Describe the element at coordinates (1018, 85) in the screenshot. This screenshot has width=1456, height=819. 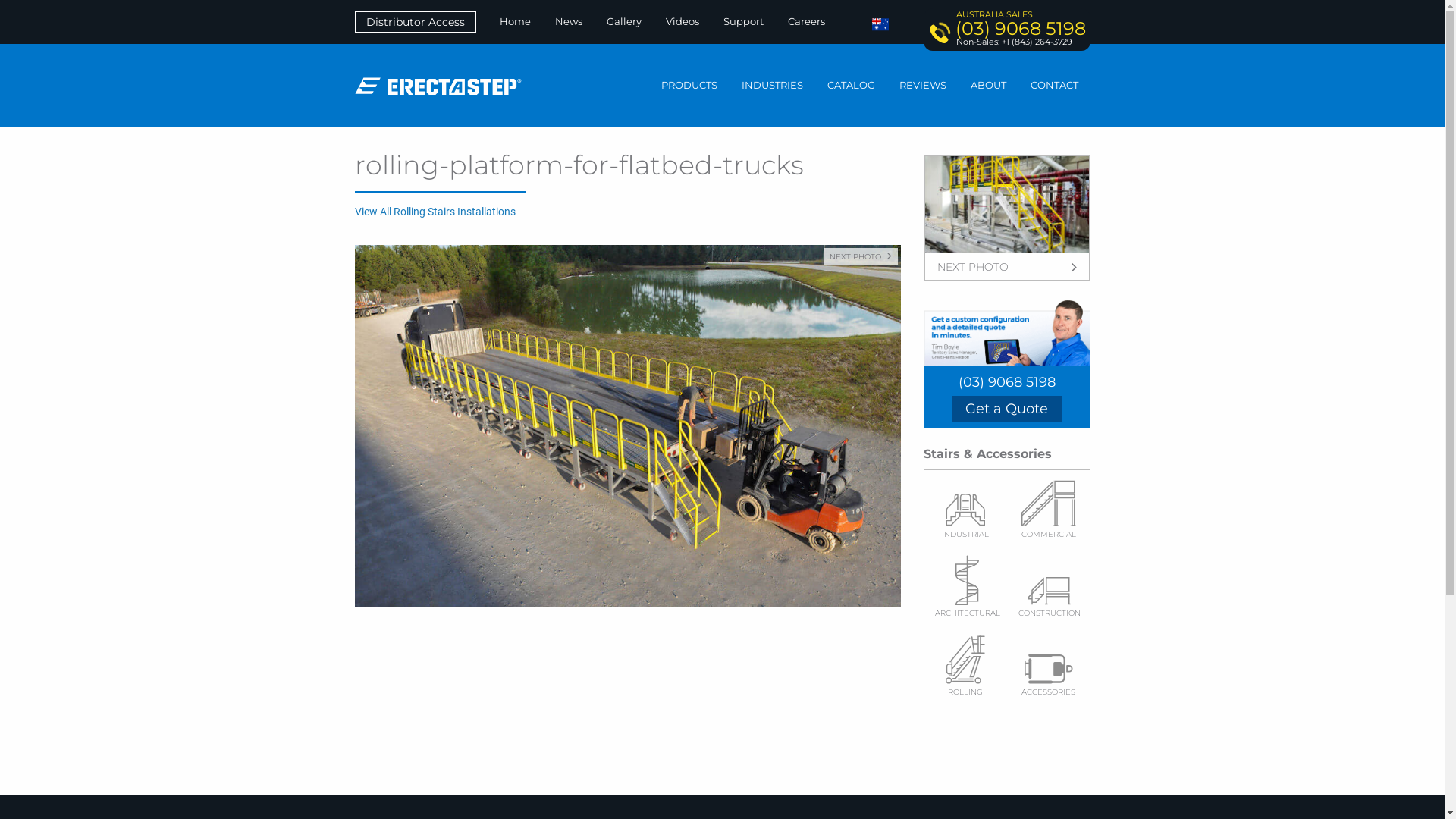
I see `'CONTACT'` at that location.